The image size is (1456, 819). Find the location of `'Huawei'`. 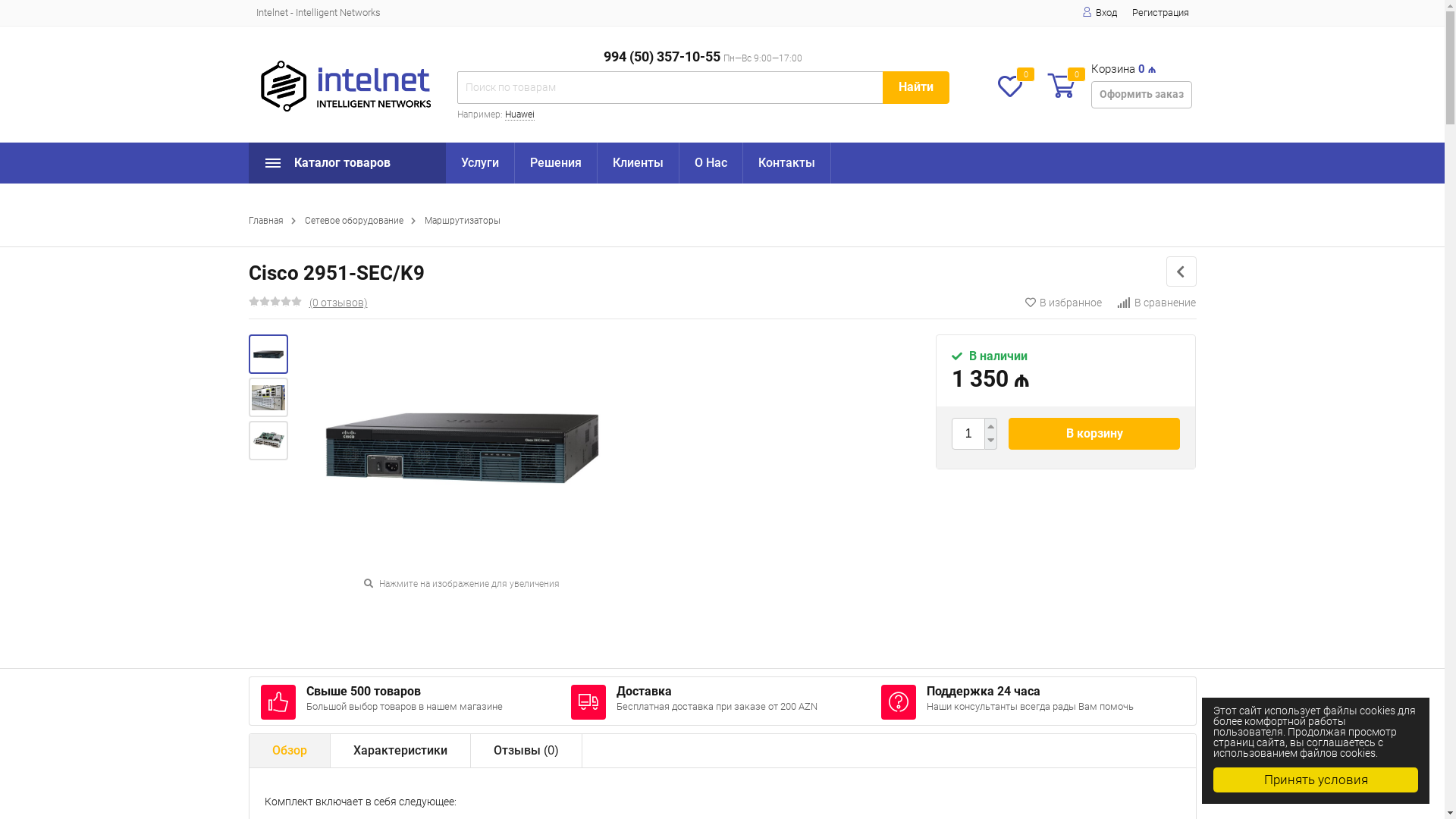

'Huawei' is located at coordinates (519, 114).